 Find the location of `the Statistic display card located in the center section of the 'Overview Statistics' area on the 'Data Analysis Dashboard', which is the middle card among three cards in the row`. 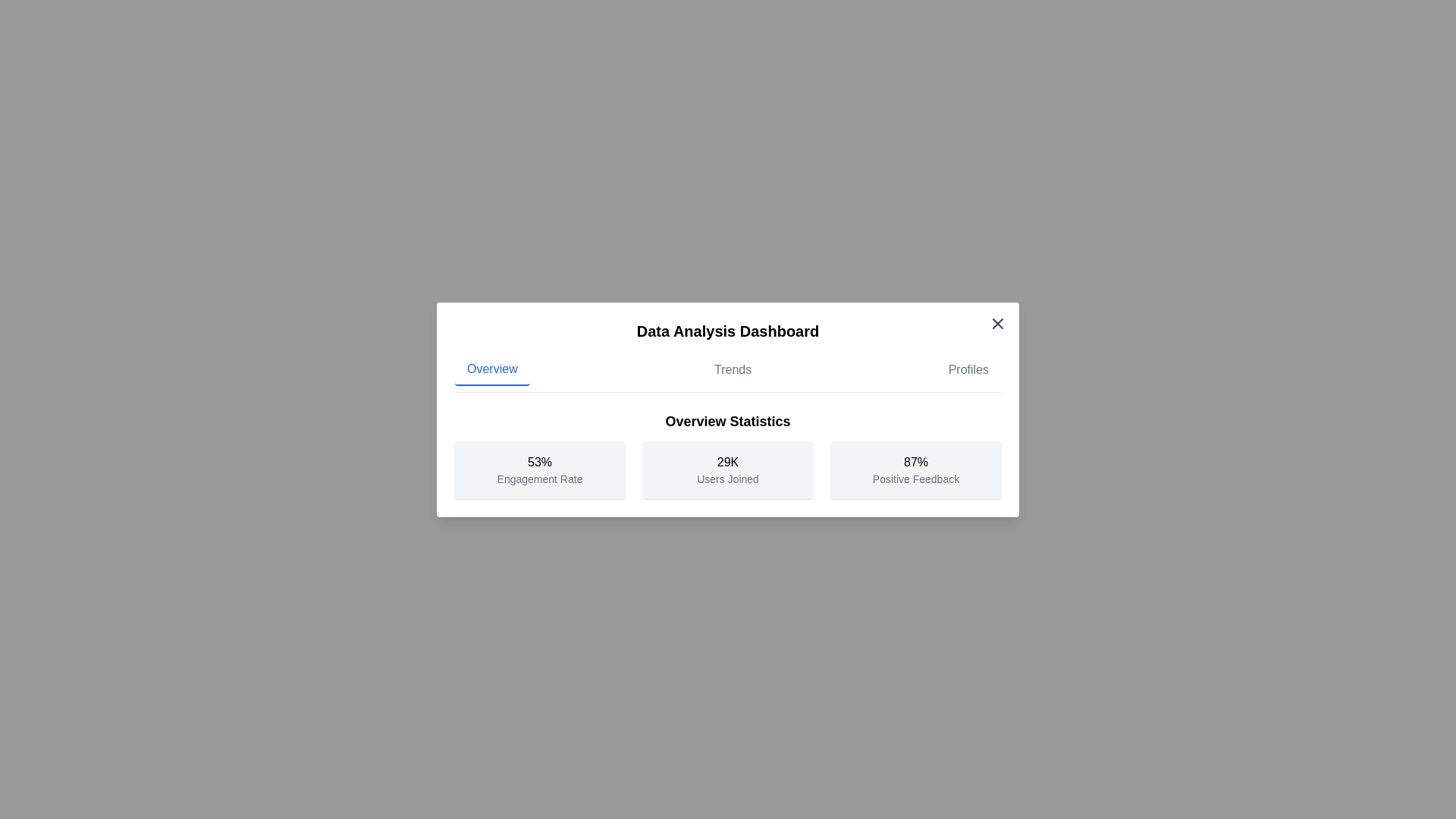

the Statistic display card located in the center section of the 'Overview Statistics' area on the 'Data Analysis Dashboard', which is the middle card among three cards in the row is located at coordinates (728, 453).